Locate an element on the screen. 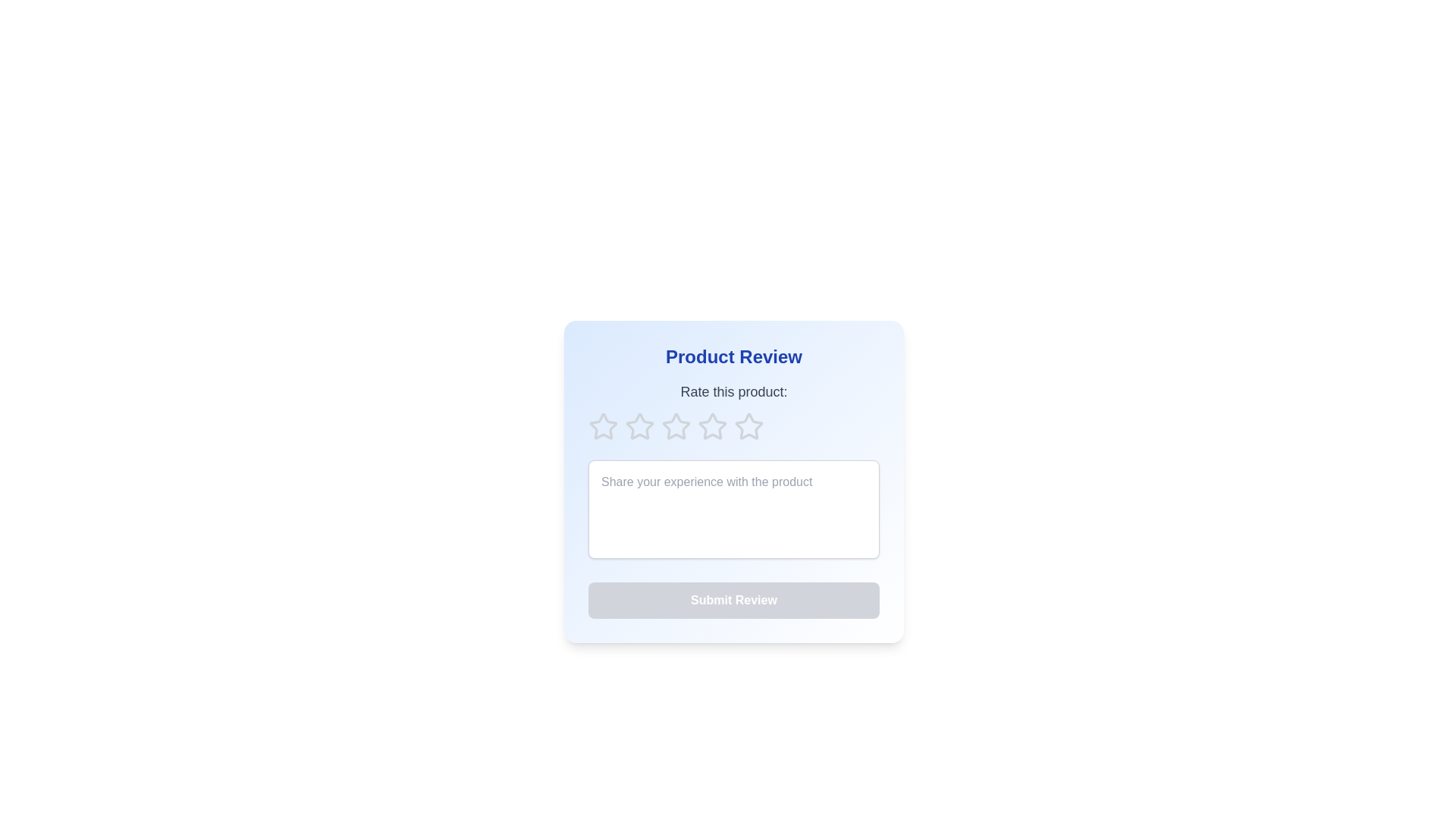 The width and height of the screenshot is (1456, 819). the star icons is located at coordinates (734, 412).